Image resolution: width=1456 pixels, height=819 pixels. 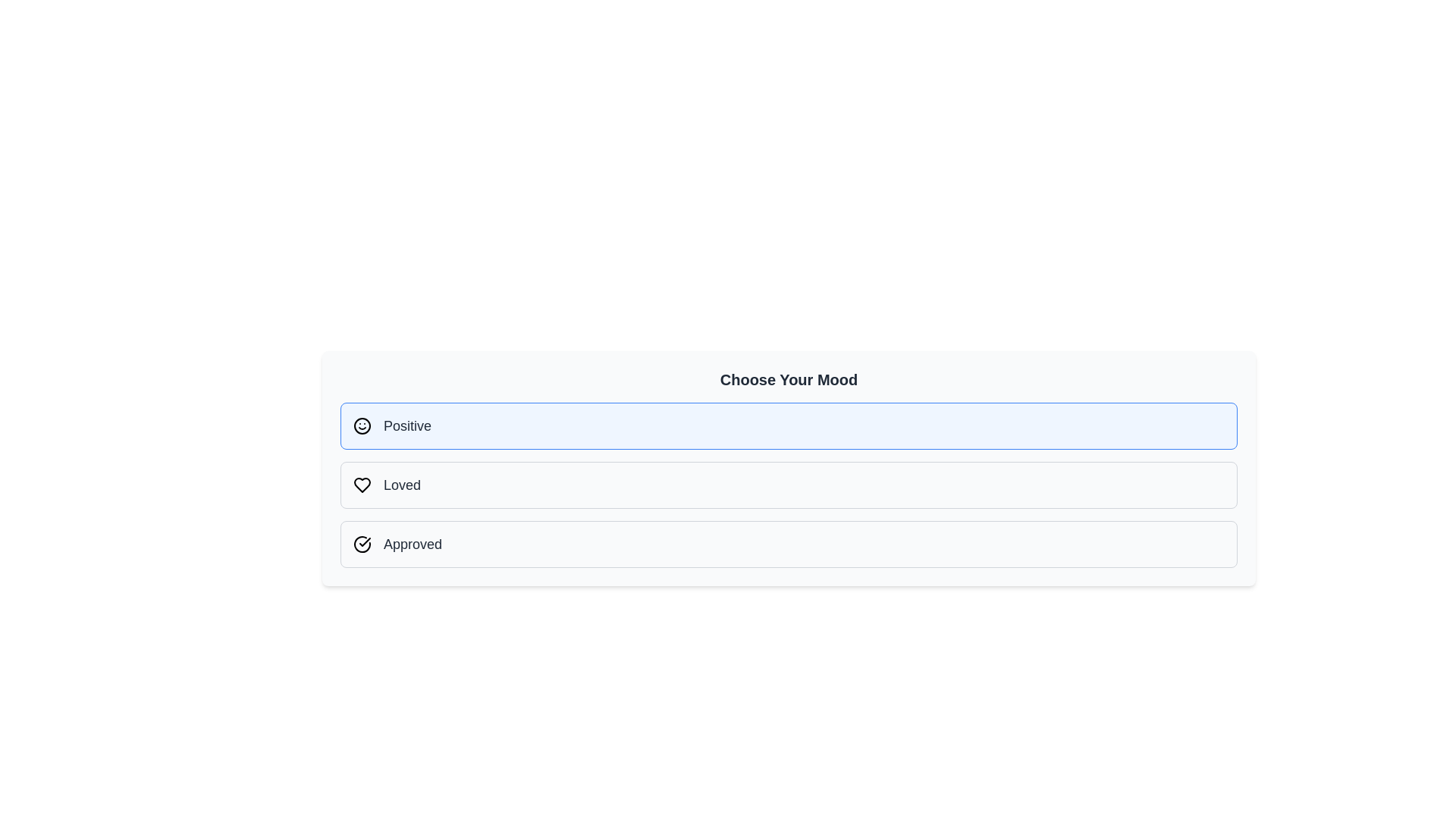 What do you see at coordinates (362, 485) in the screenshot?
I see `the 'Loved' mood icon located in the 'Choose Your Mood' section` at bounding box center [362, 485].